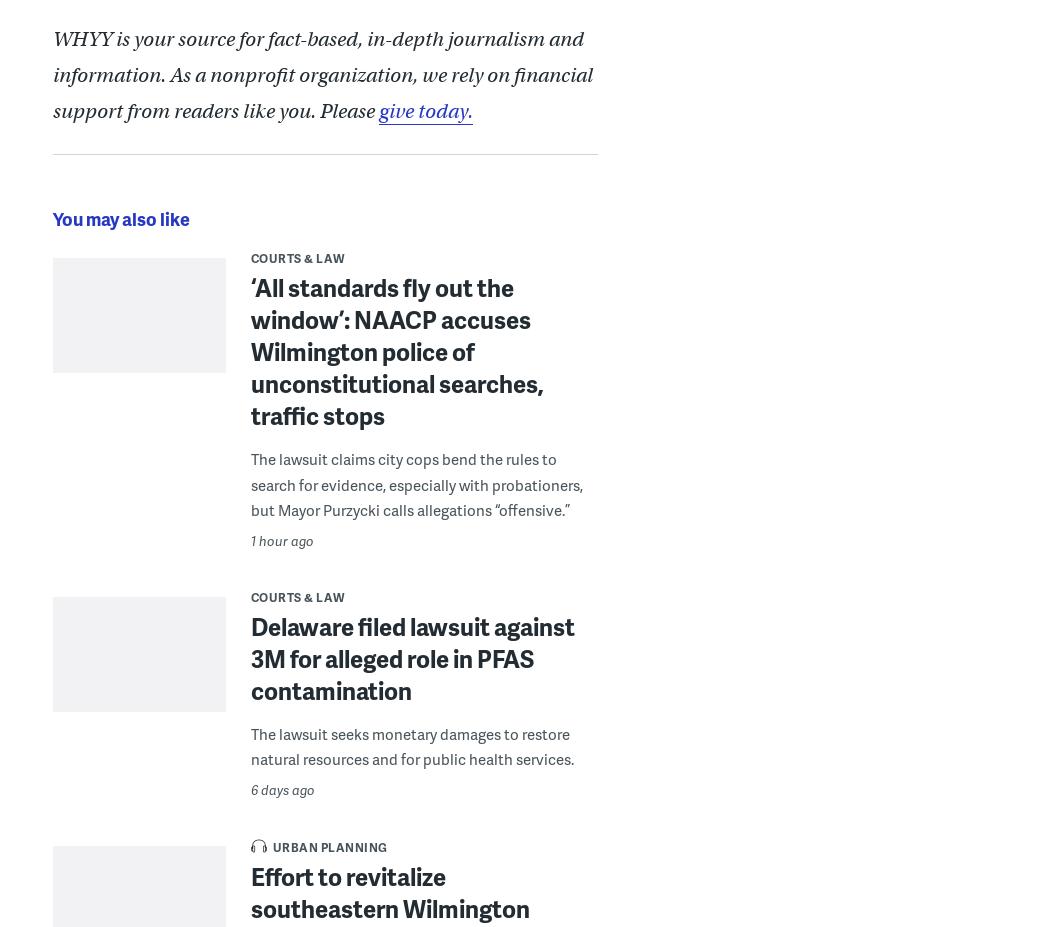 Image resolution: width=1050 pixels, height=927 pixels. What do you see at coordinates (281, 788) in the screenshot?
I see `'6 days ago'` at bounding box center [281, 788].